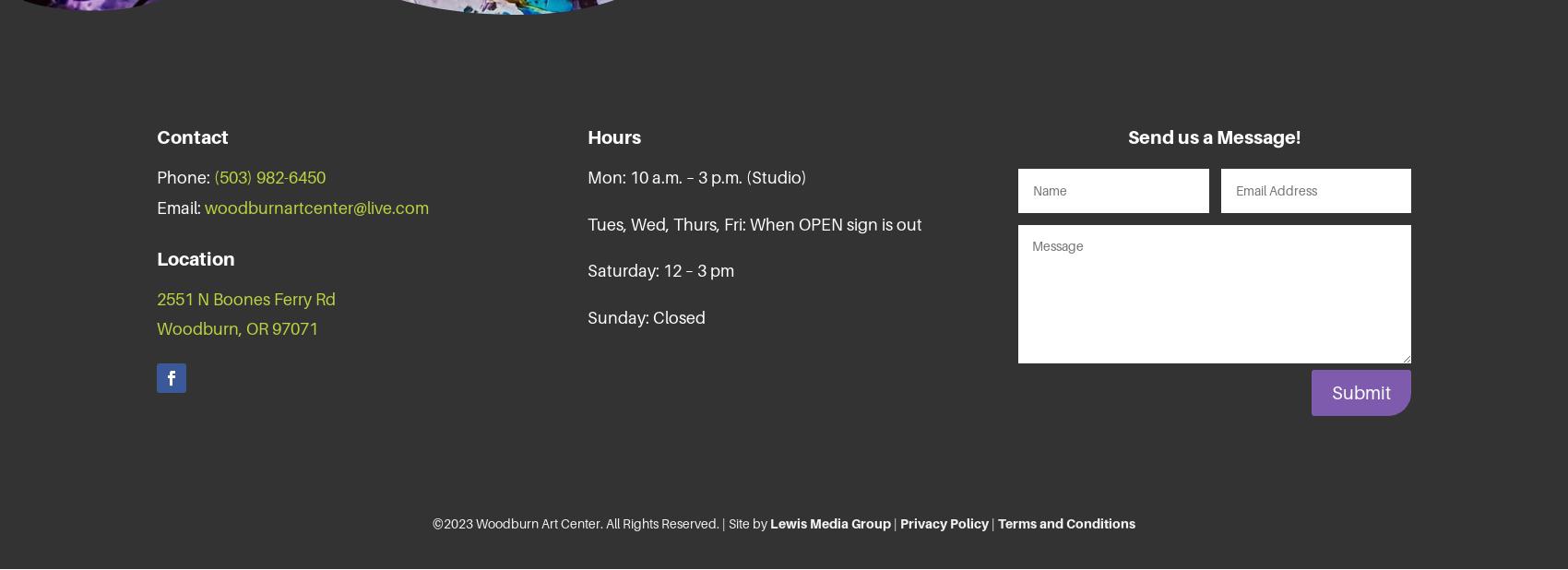 The height and width of the screenshot is (570, 1568). What do you see at coordinates (315, 207) in the screenshot?
I see `'woodburnartcenter@live.com'` at bounding box center [315, 207].